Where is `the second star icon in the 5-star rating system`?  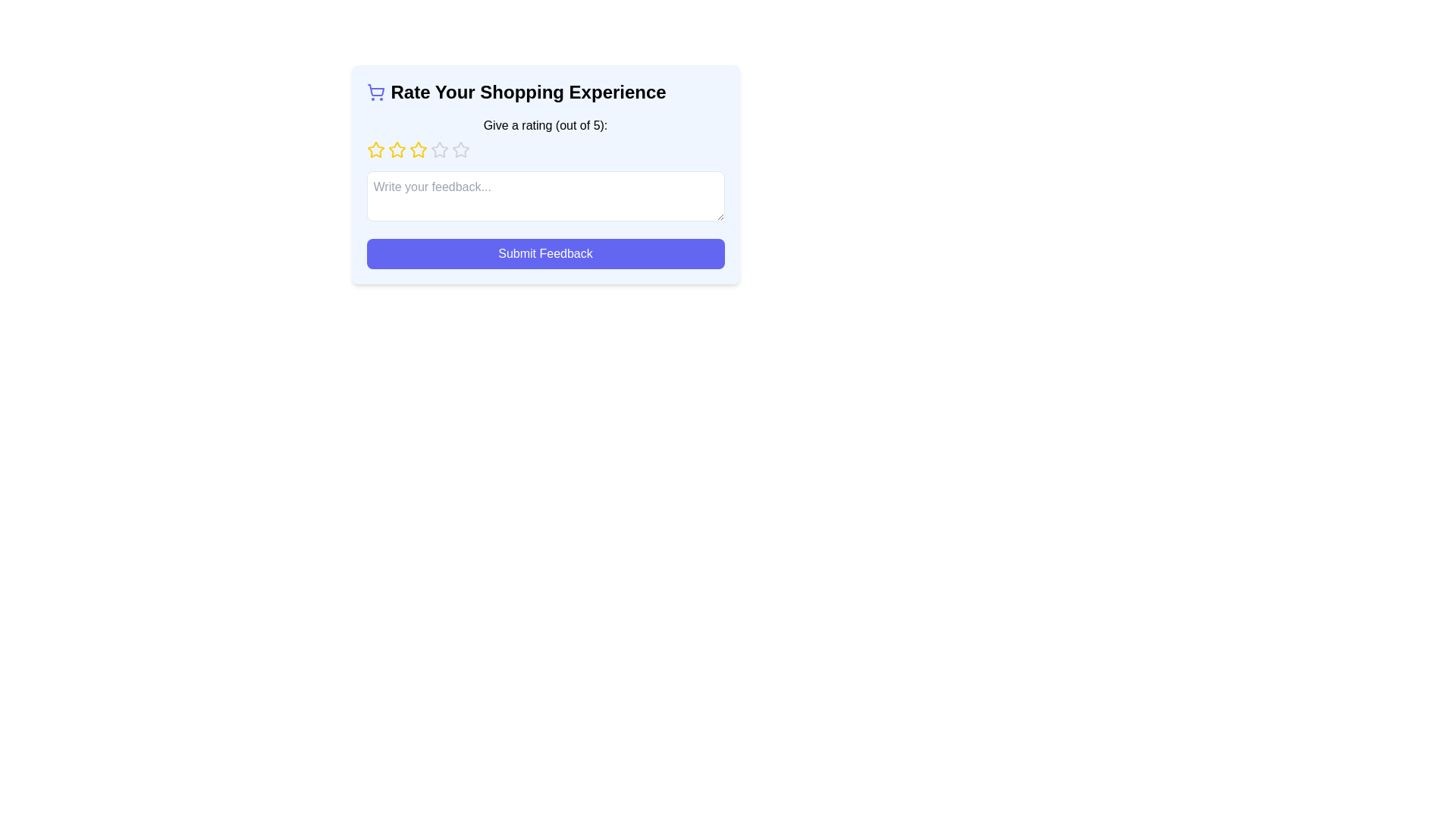 the second star icon in the 5-star rating system is located at coordinates (397, 149).